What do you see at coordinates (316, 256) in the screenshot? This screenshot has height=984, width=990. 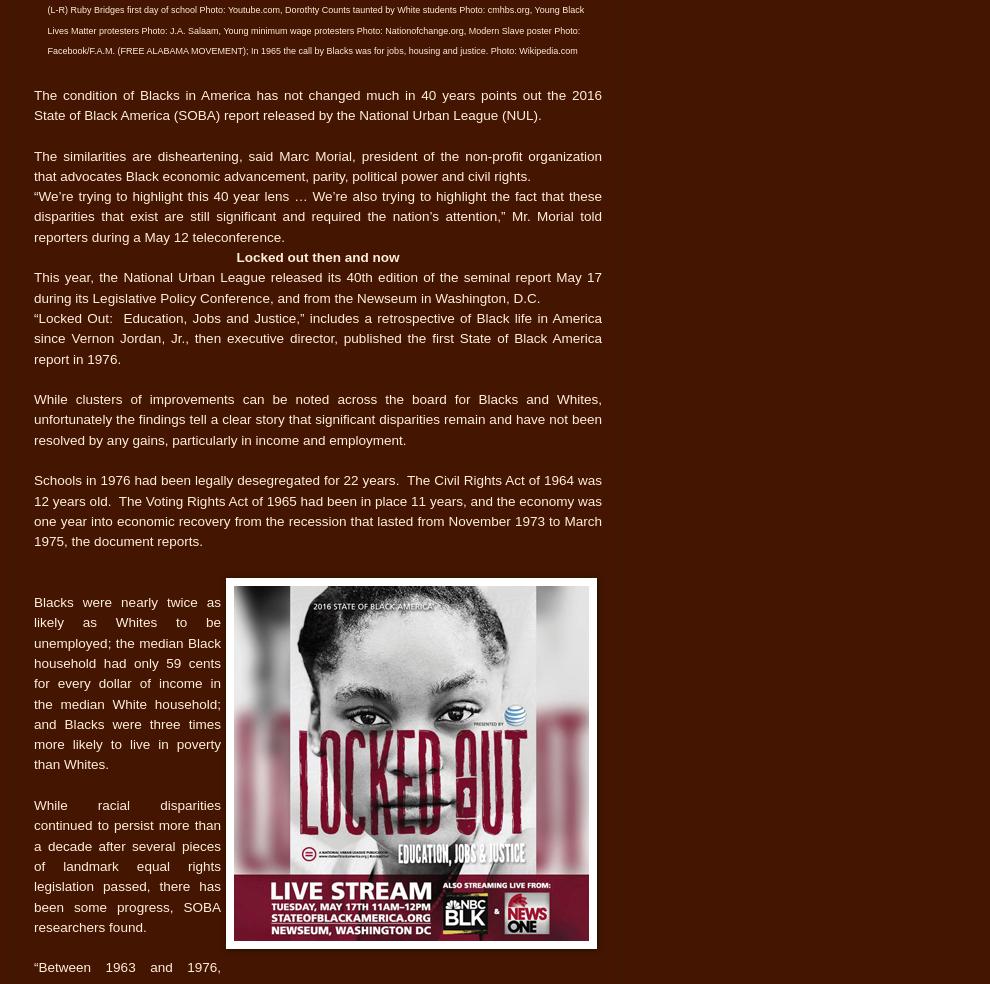 I see `'Locked out then and now'` at bounding box center [316, 256].